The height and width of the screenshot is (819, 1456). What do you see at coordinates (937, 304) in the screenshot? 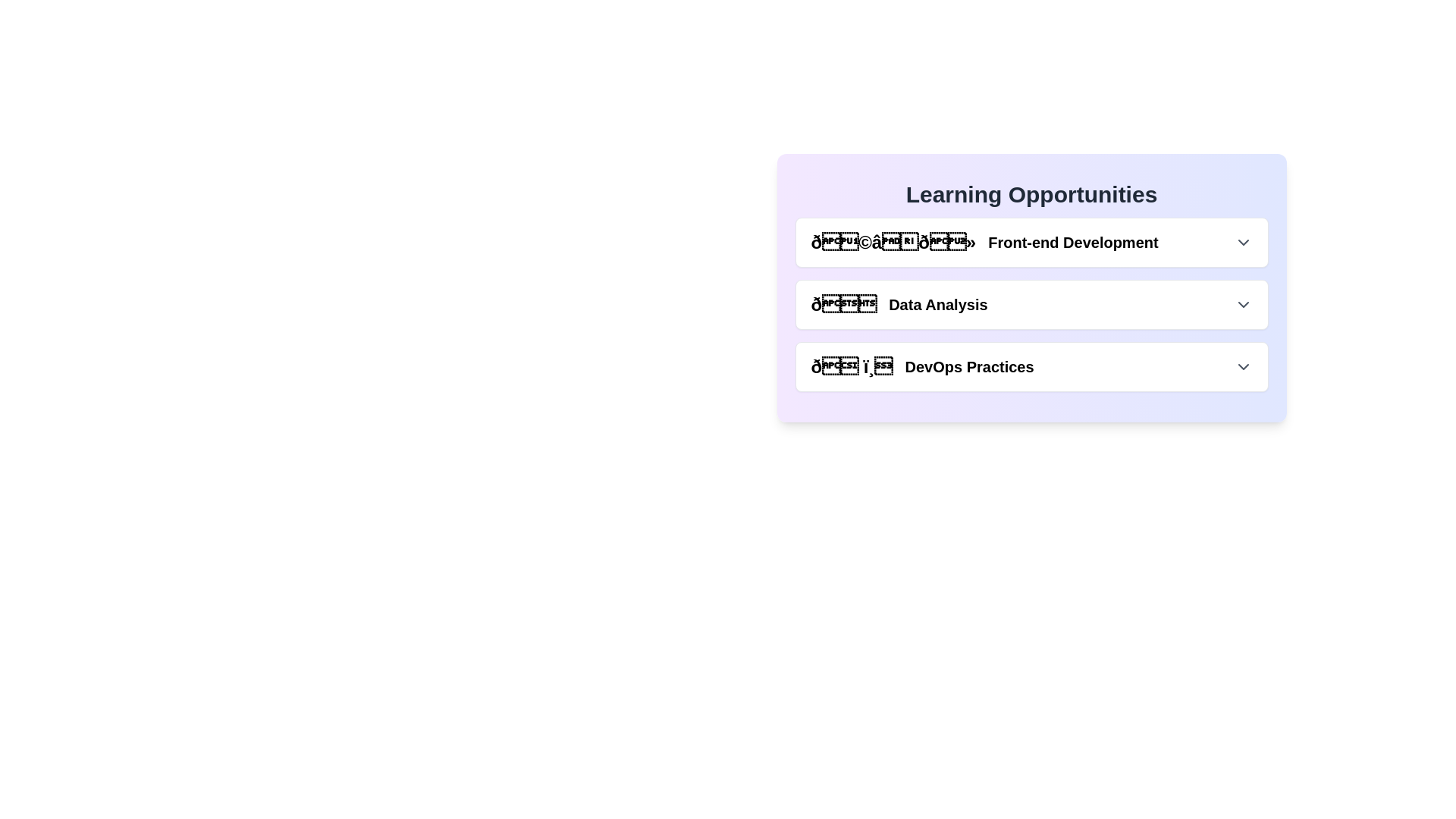
I see `the 'Data Analysis' text label within the 'Learning Opportunities' card` at bounding box center [937, 304].